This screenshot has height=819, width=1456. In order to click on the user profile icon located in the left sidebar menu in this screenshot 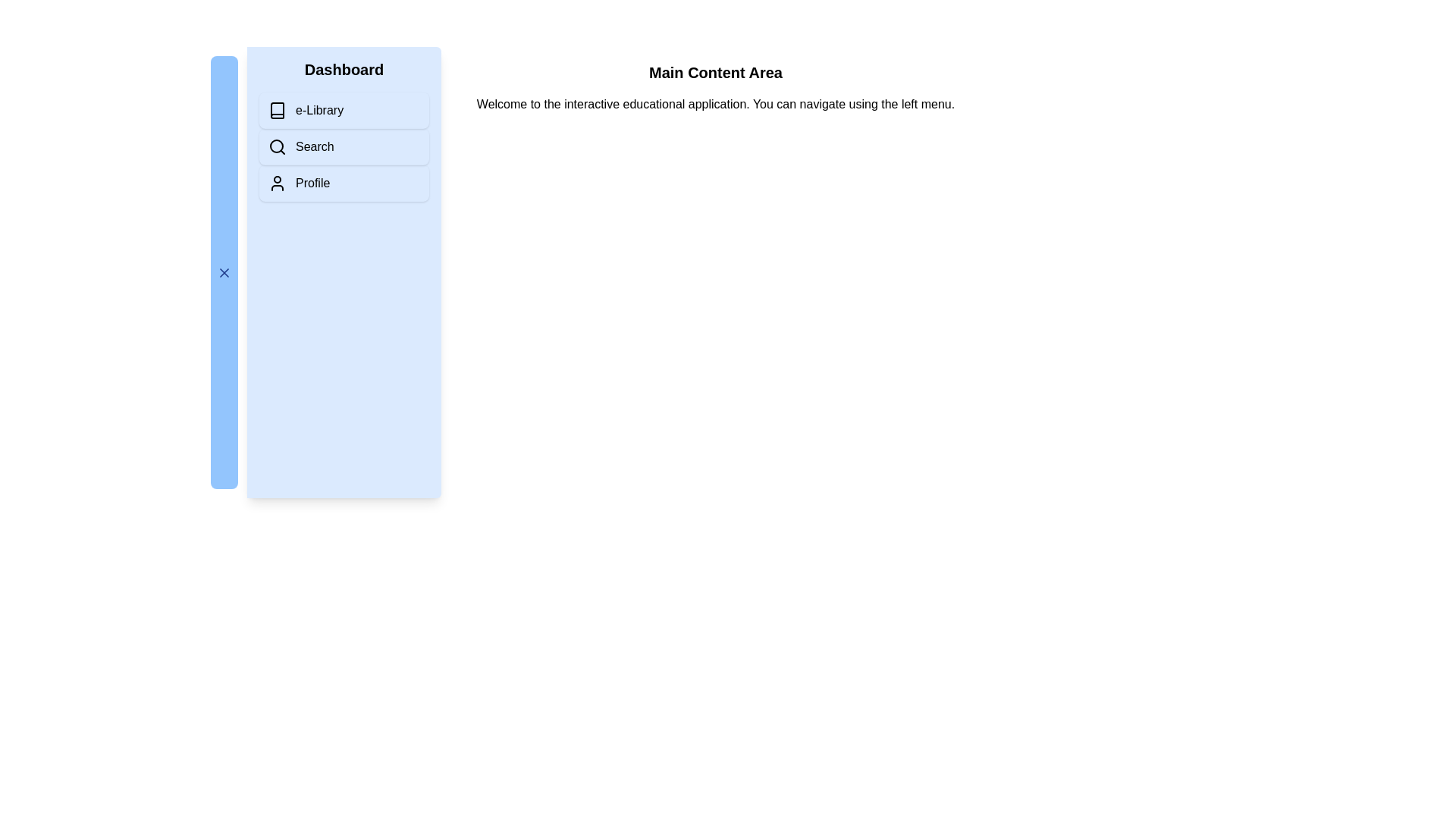, I will do `click(277, 183)`.